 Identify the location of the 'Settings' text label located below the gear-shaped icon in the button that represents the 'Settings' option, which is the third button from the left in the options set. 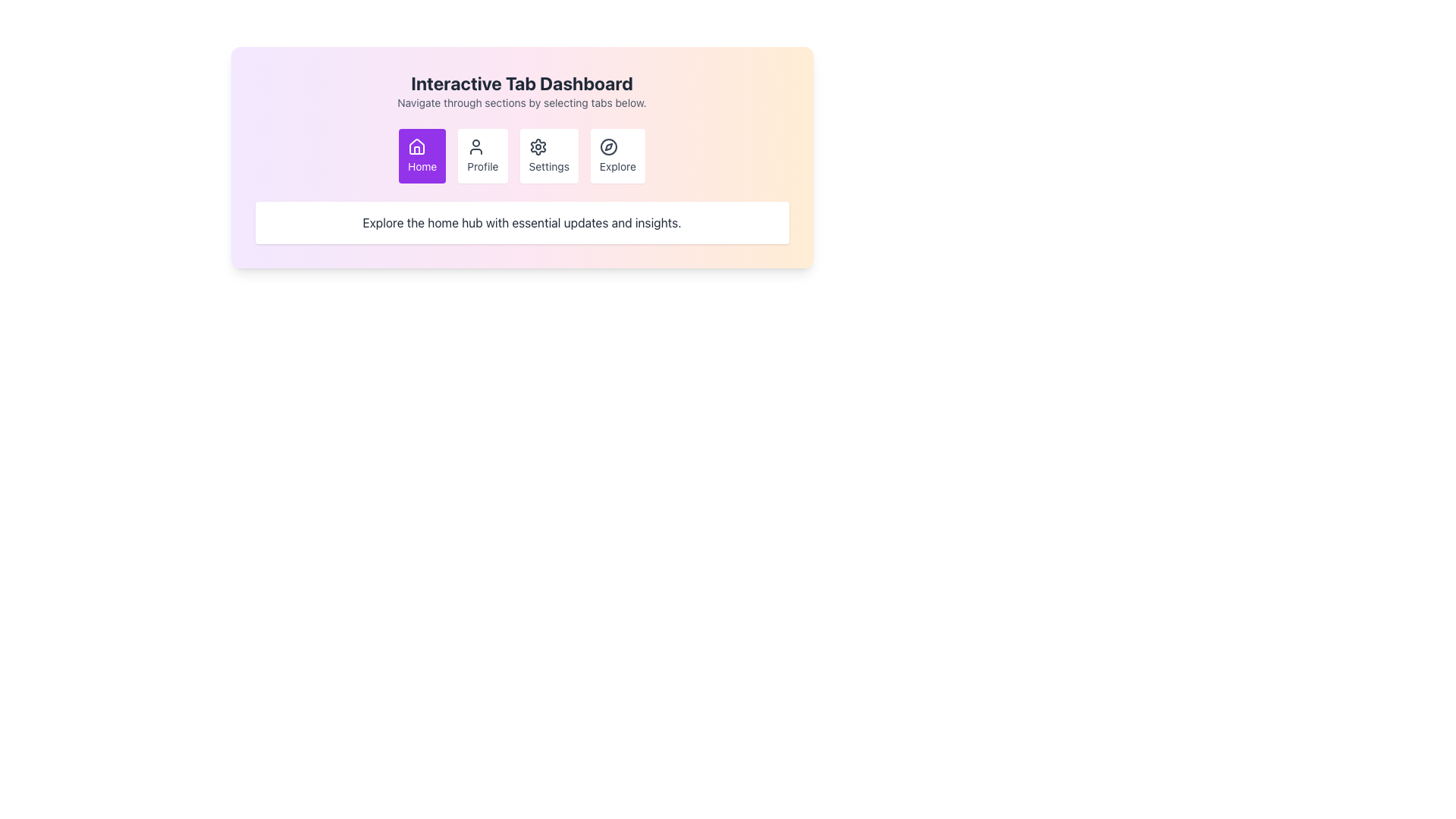
(548, 166).